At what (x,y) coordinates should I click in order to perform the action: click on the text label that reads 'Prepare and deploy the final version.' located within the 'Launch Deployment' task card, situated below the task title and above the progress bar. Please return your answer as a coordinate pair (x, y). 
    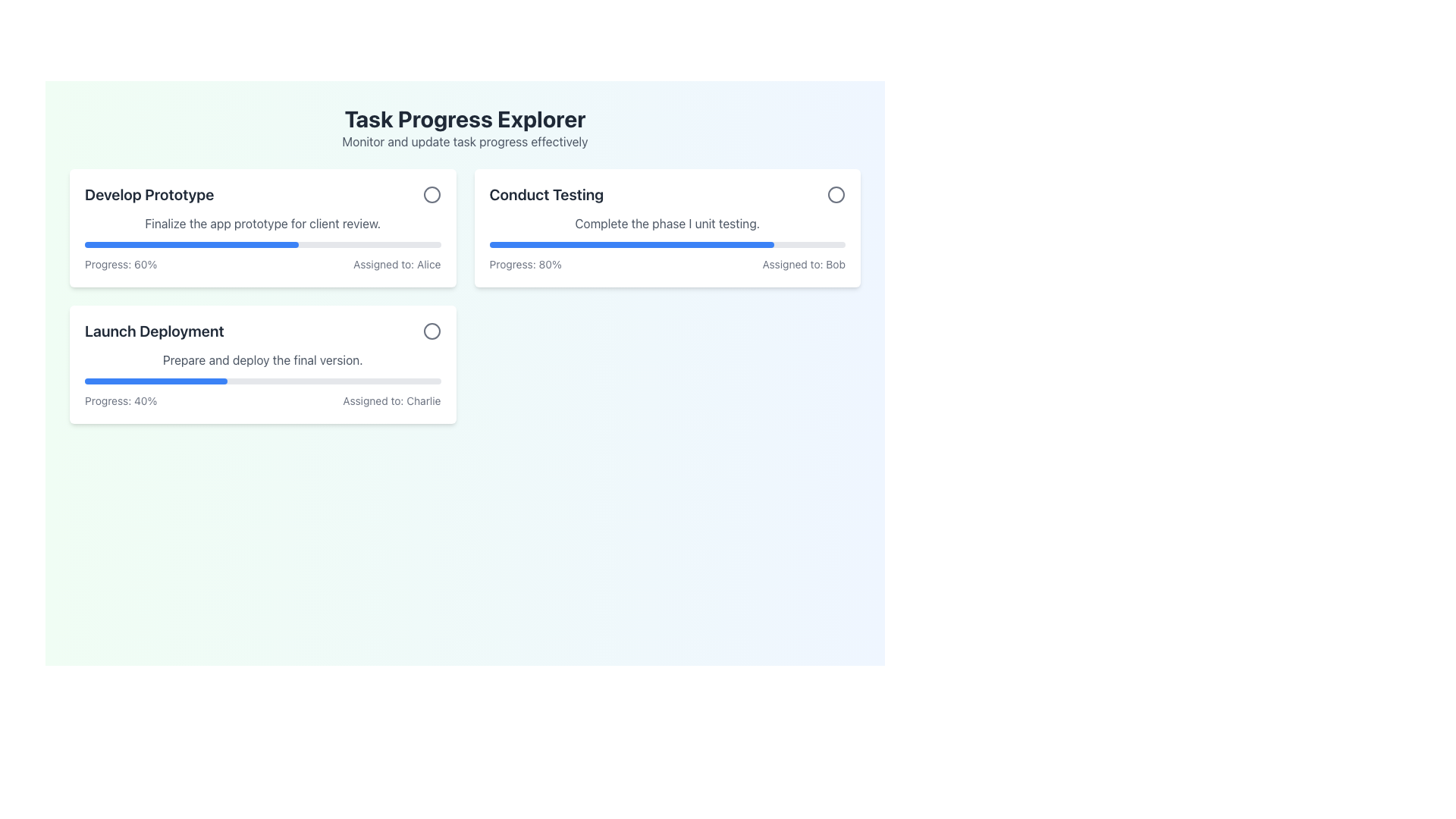
    Looking at the image, I should click on (262, 359).